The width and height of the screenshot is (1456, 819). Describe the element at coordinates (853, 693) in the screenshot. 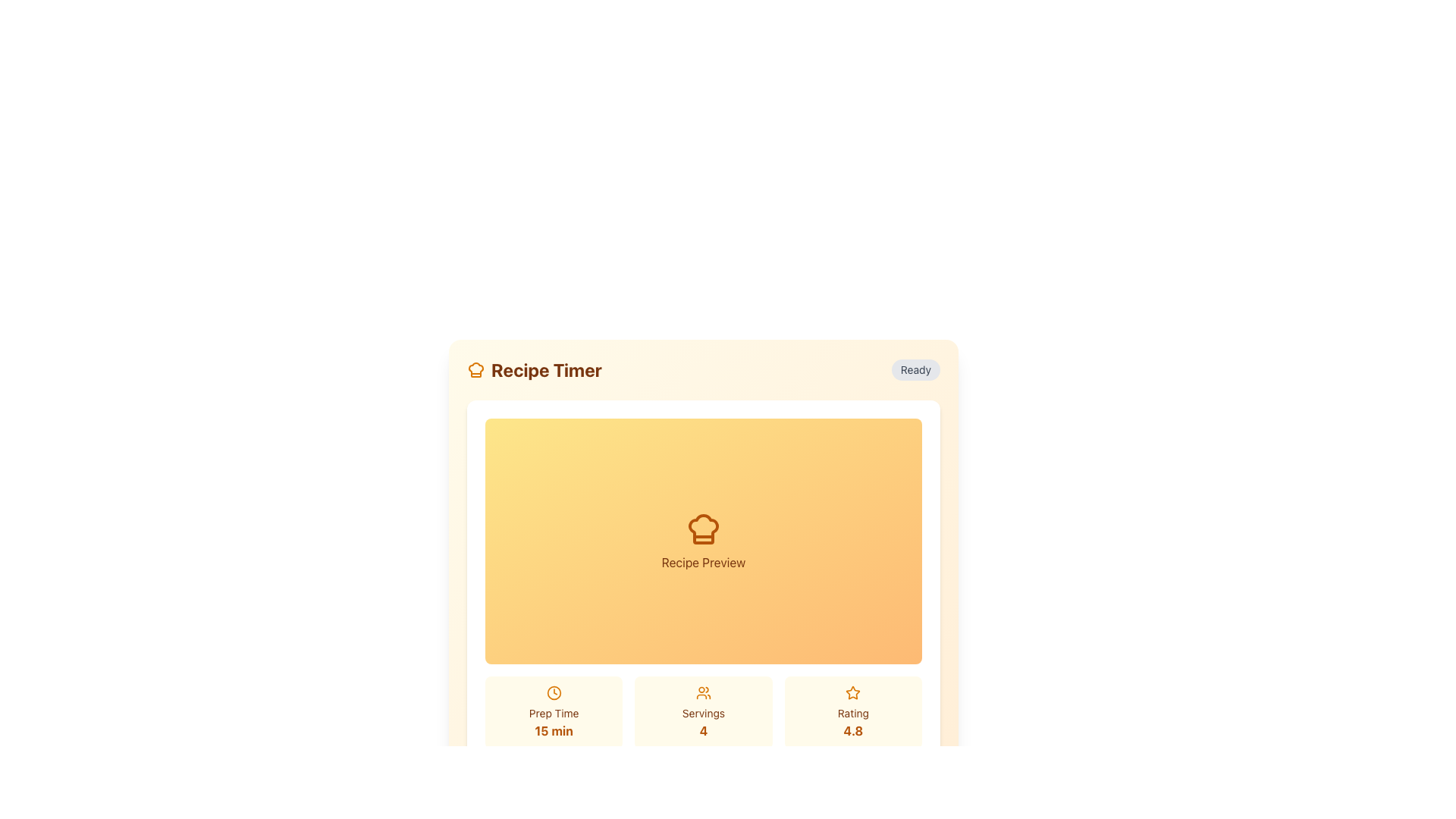

I see `the golden amber star-shaped icon that symbolizes a rating or favorite designation, located centrally within the 'Rating 4.8' section, above the numeric value 4.8 and the text 'Rating'` at that location.